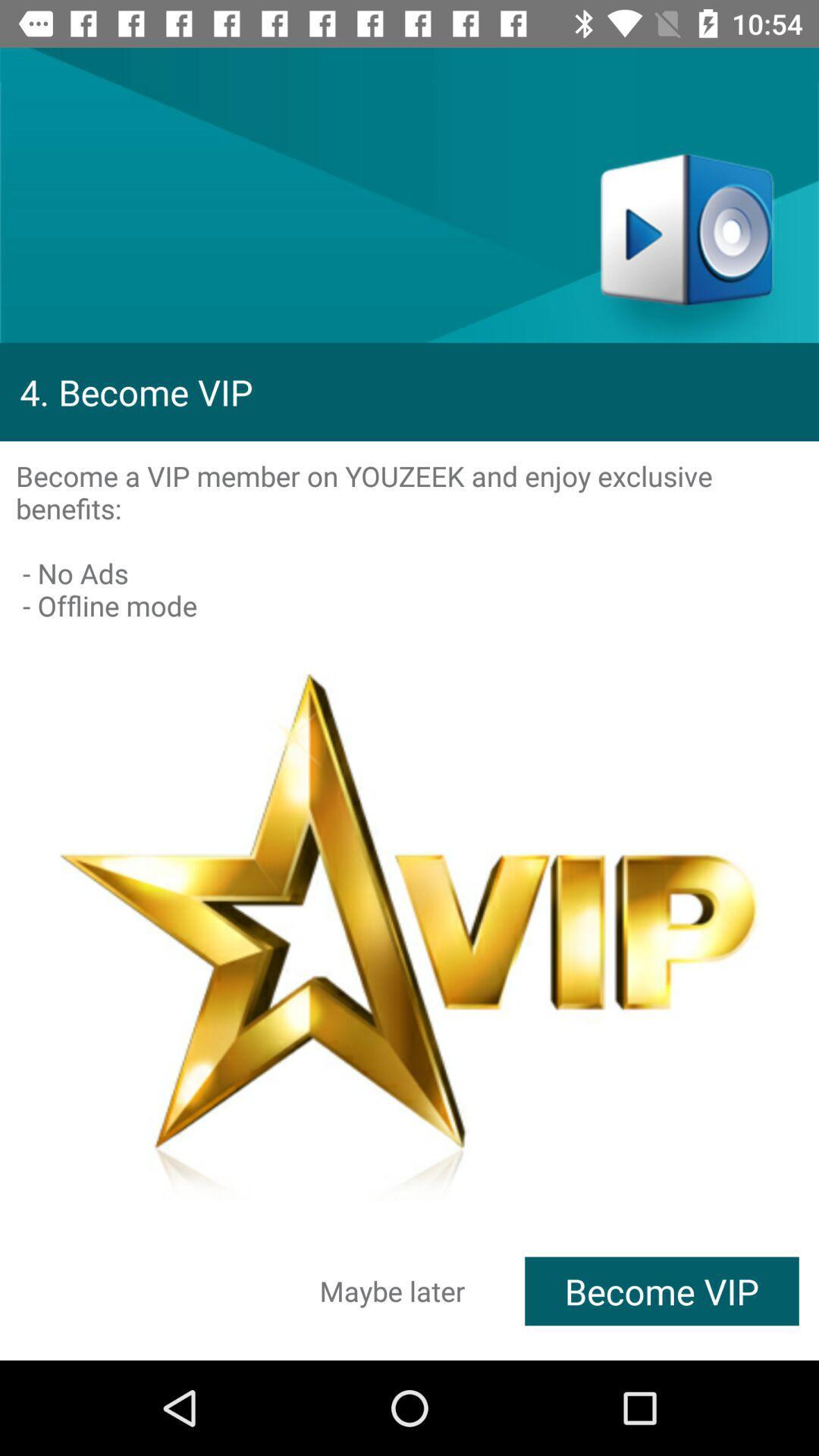  I want to click on the maybe later, so click(391, 1290).